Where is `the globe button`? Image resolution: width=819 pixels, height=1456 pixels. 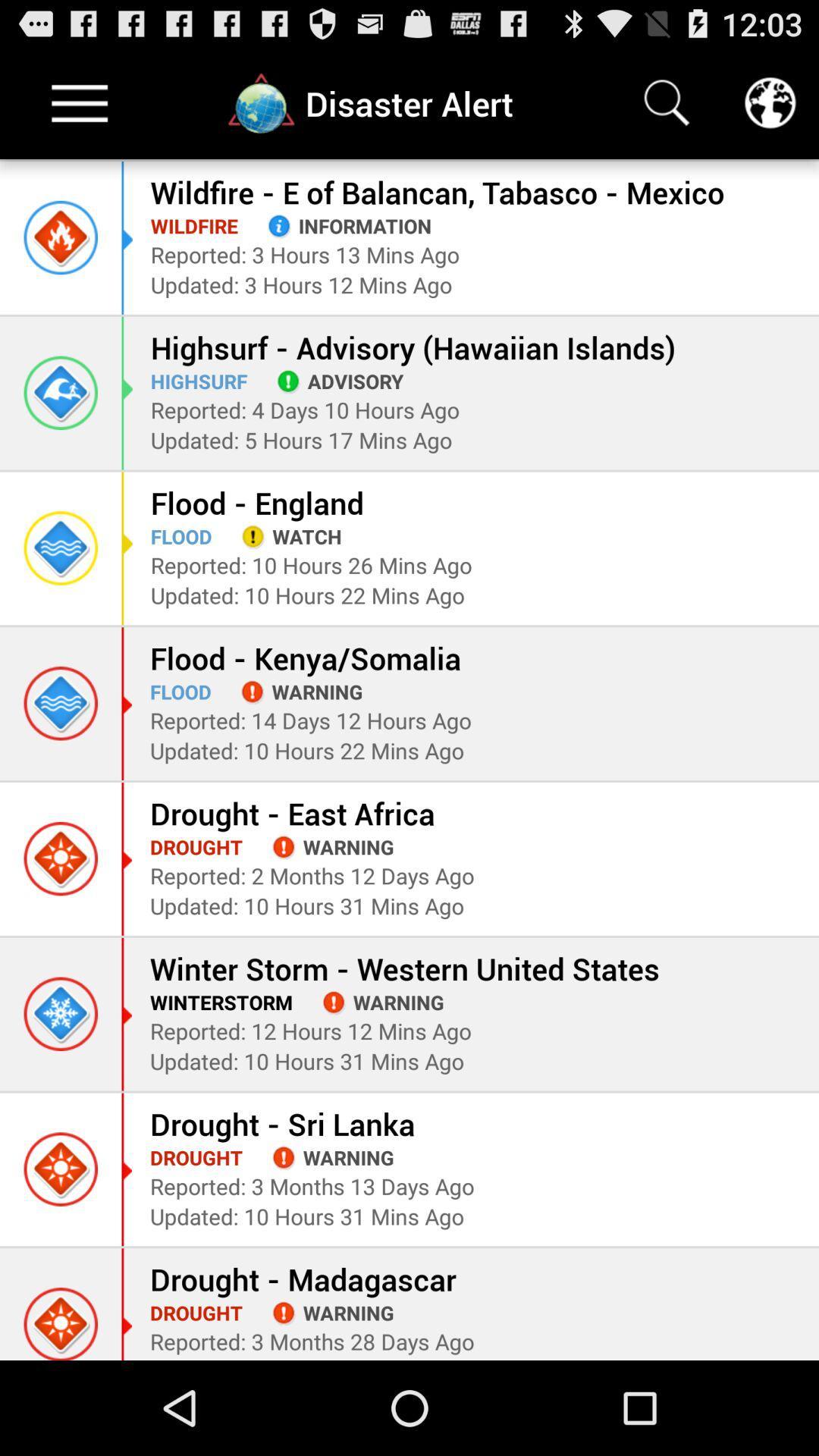
the globe button is located at coordinates (770, 102).